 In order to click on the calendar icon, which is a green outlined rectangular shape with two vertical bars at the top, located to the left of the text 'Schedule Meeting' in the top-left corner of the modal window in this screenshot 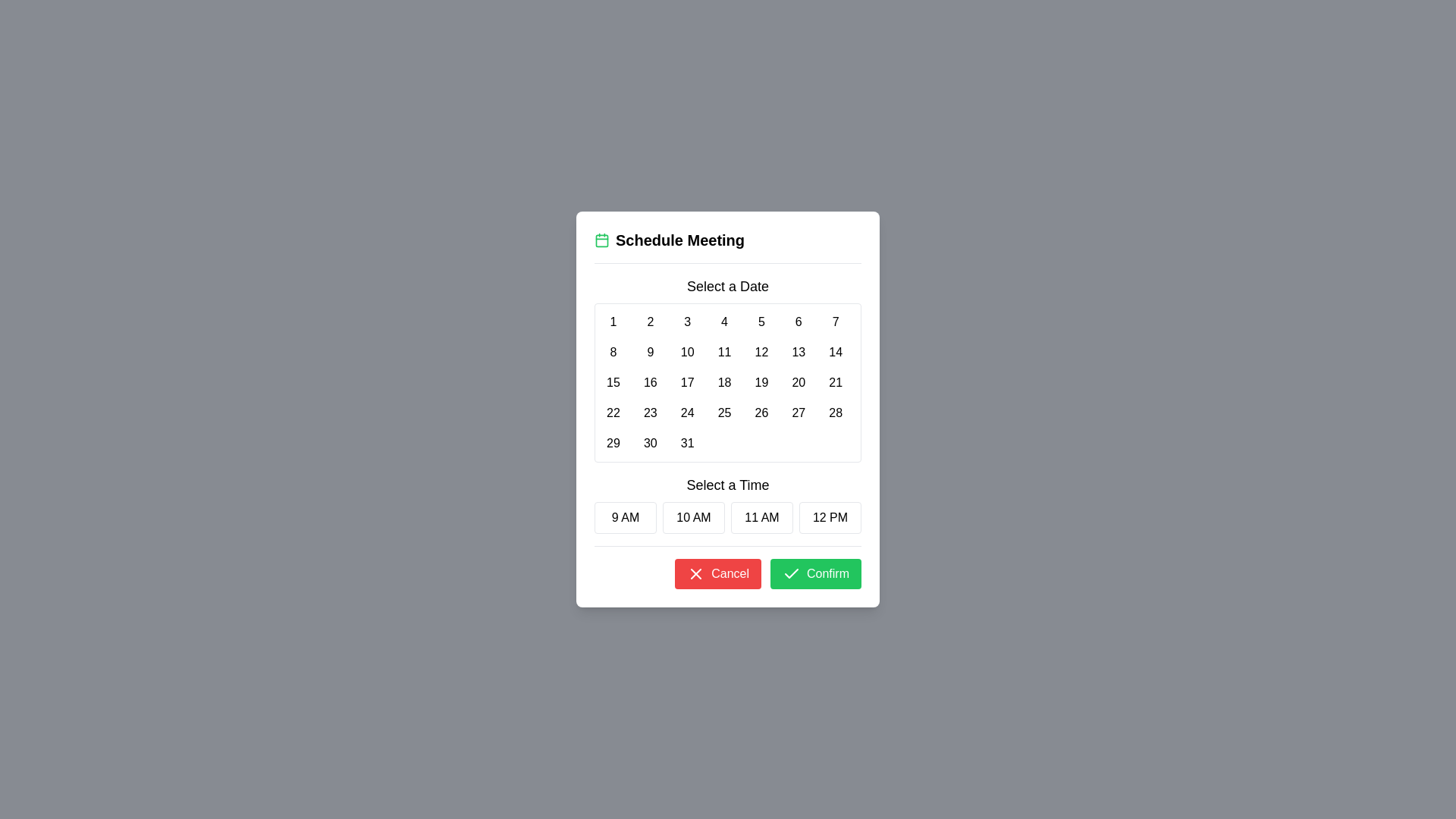, I will do `click(601, 239)`.